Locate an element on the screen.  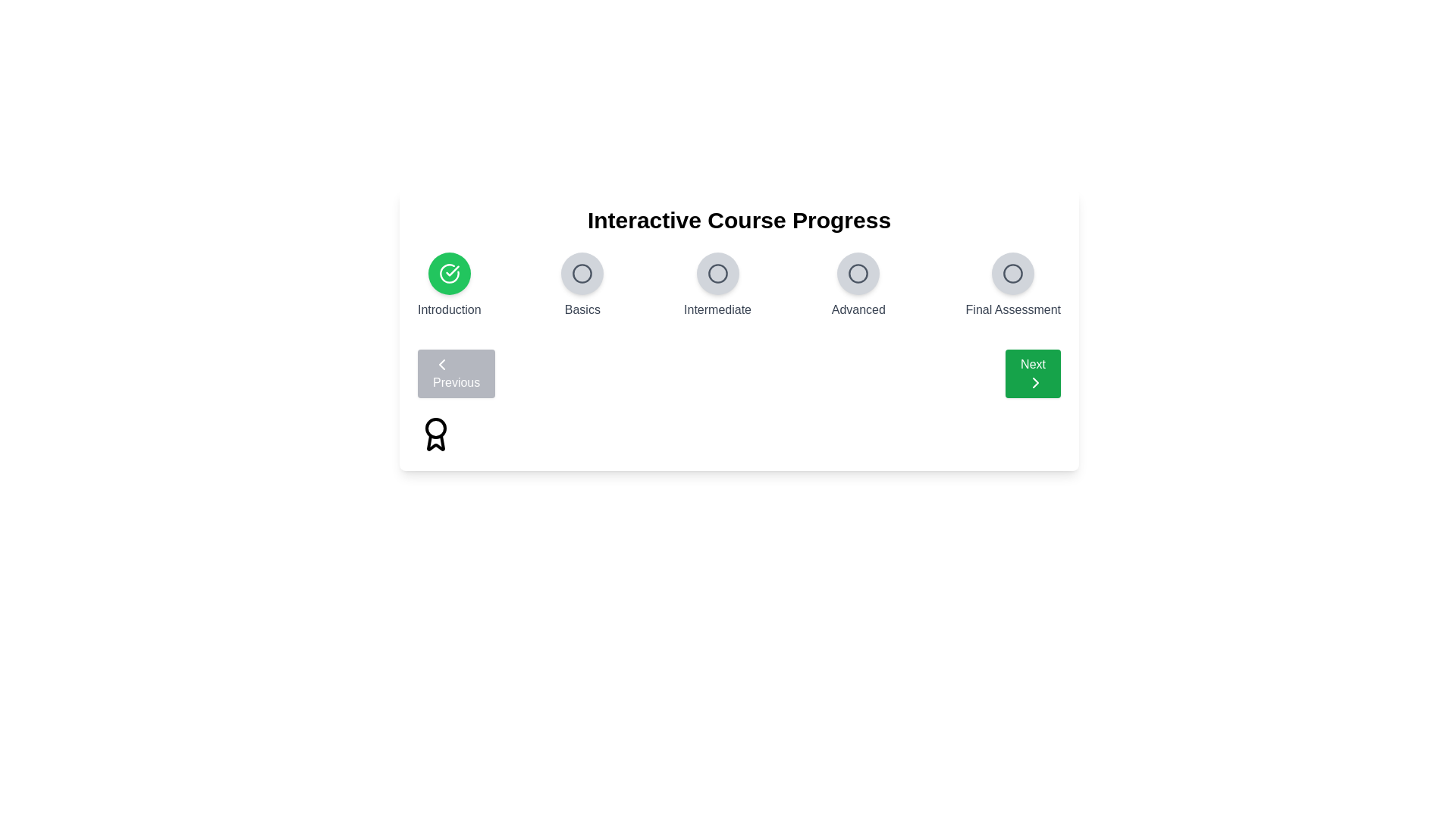
the circular icon representing the 'Final Assessment' step in the progress tracker, which is visually styled with a lighter background and a dark outline is located at coordinates (1013, 274).